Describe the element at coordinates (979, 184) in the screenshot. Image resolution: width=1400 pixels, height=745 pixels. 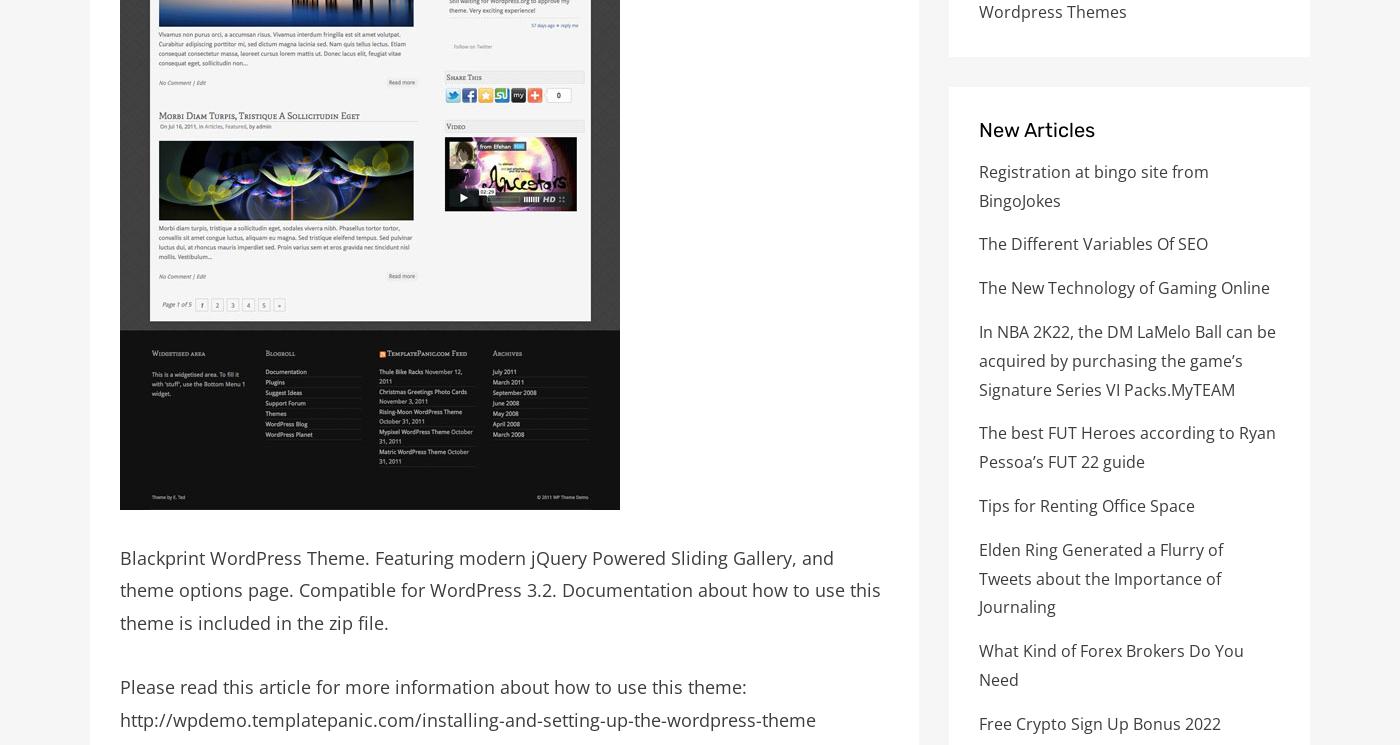
I see `'Registration at bingo site from BingoJokes'` at that location.